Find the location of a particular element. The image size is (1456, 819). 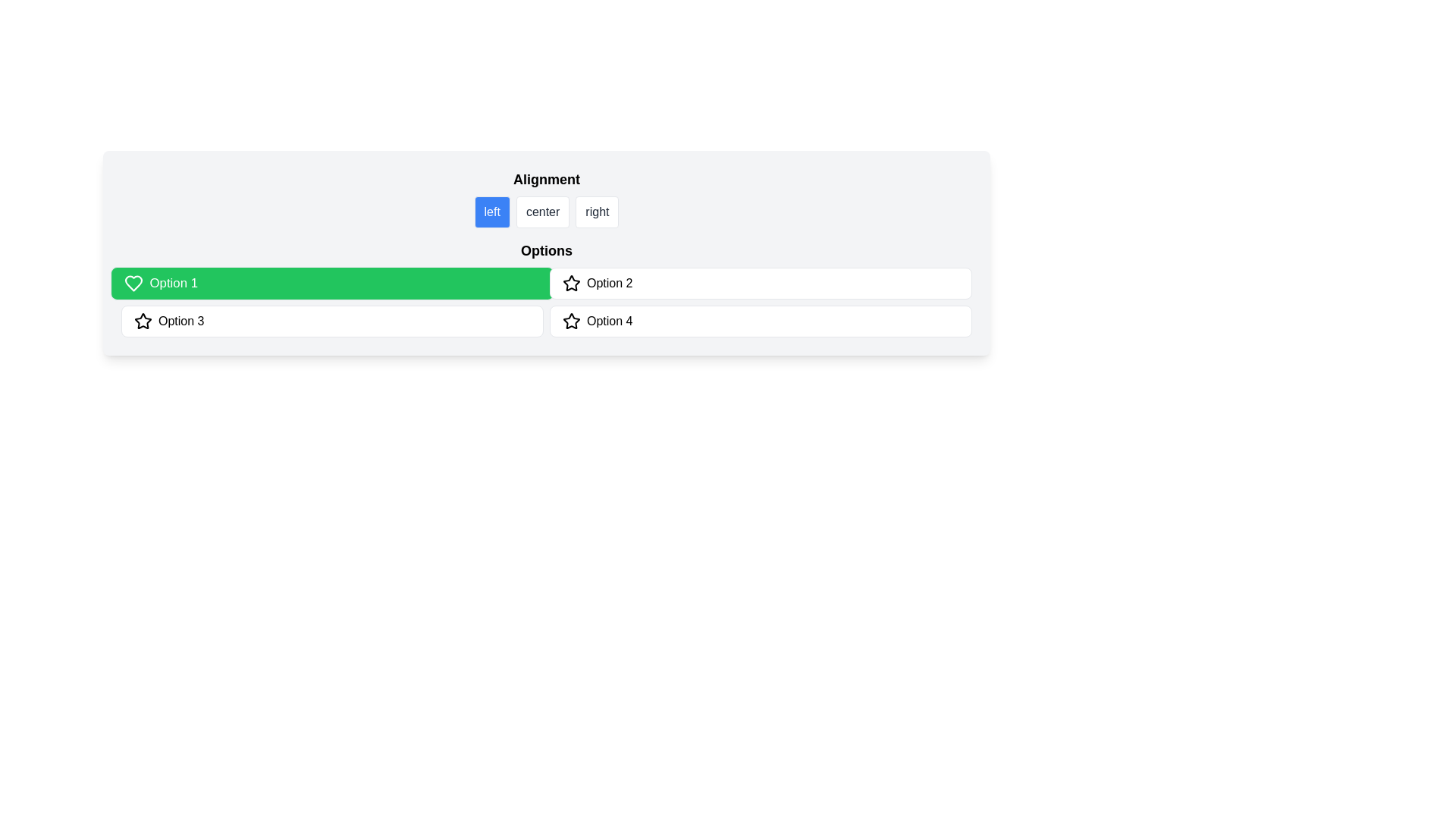

the 'Option 3' button located is located at coordinates (331, 321).